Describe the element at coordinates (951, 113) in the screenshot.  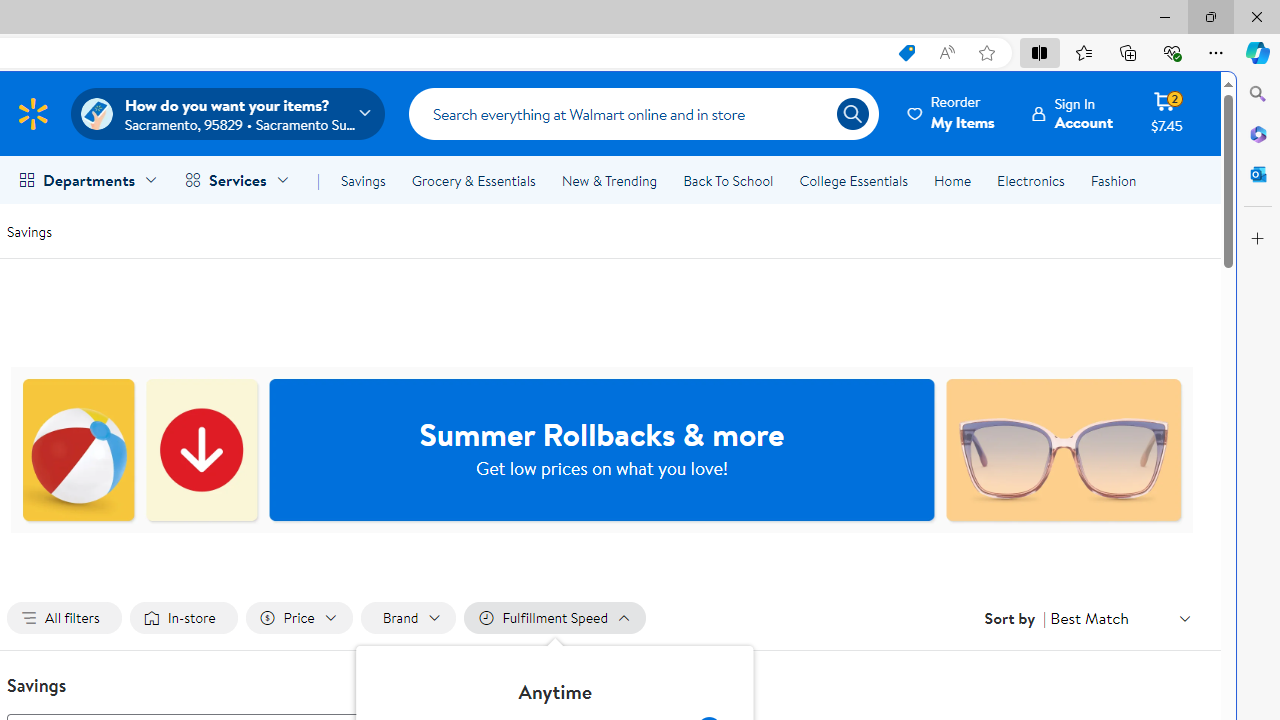
I see `'ReorderMy Items'` at that location.